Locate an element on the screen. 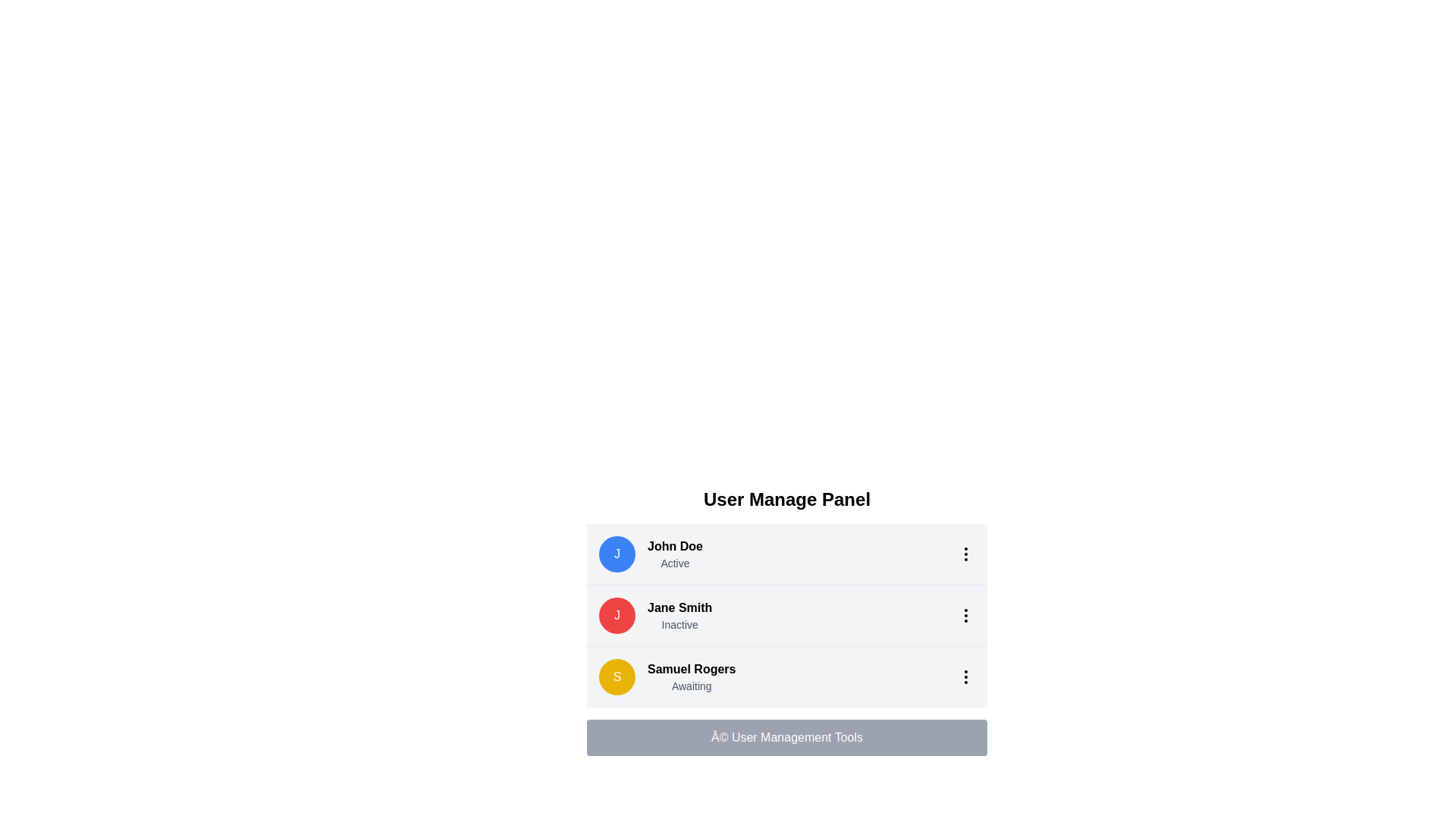 This screenshot has height=819, width=1456. the Text Label displaying the user name 'Samuel Rogers' in the User Management Panel, which is the third entry in the list is located at coordinates (691, 669).